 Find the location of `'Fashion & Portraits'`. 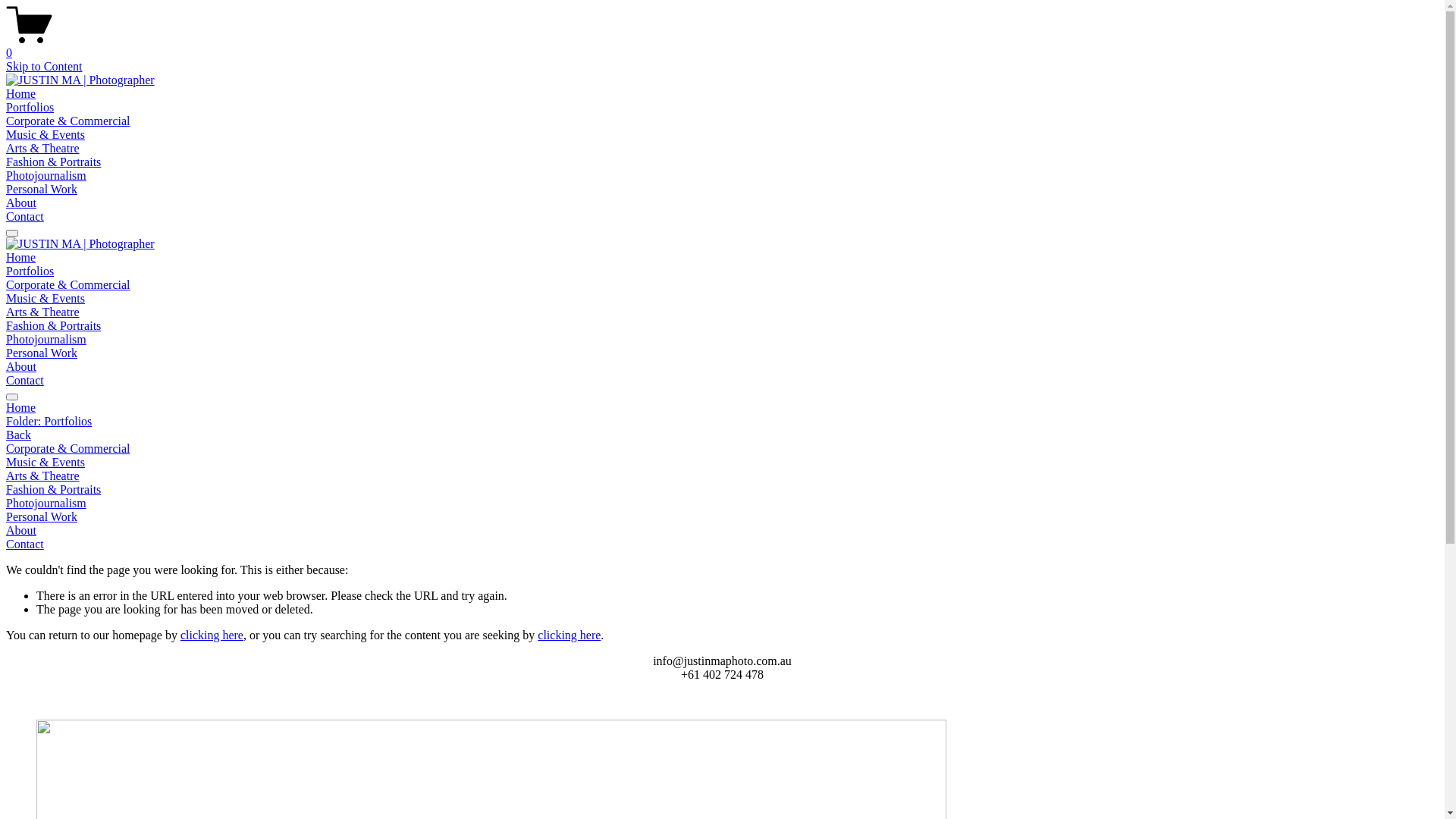

'Fashion & Portraits' is located at coordinates (53, 325).